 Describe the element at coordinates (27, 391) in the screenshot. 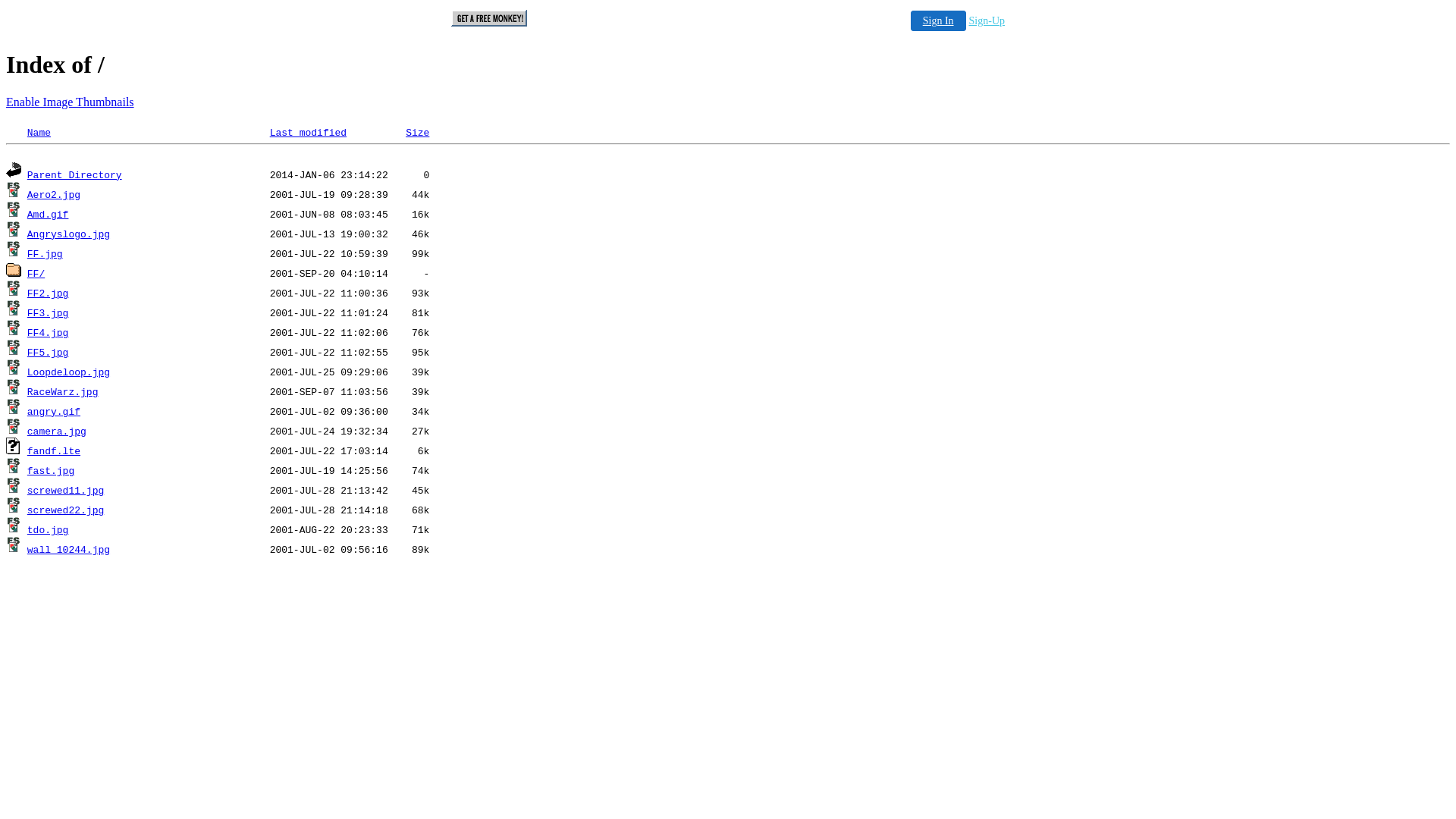

I see `'RaceWarz.jpg'` at that location.